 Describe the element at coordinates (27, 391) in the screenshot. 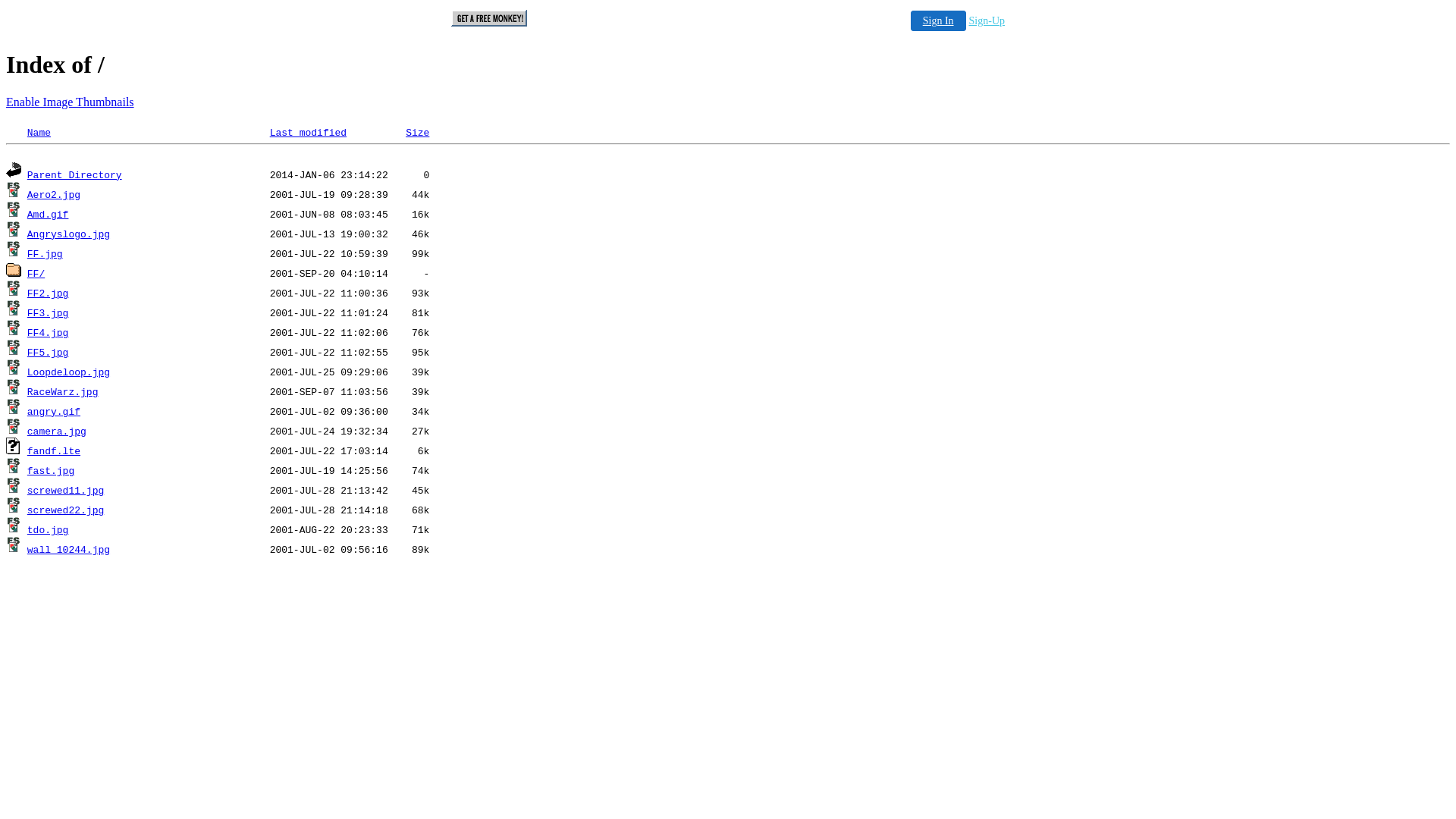

I see `'RaceWarz.jpg'` at that location.